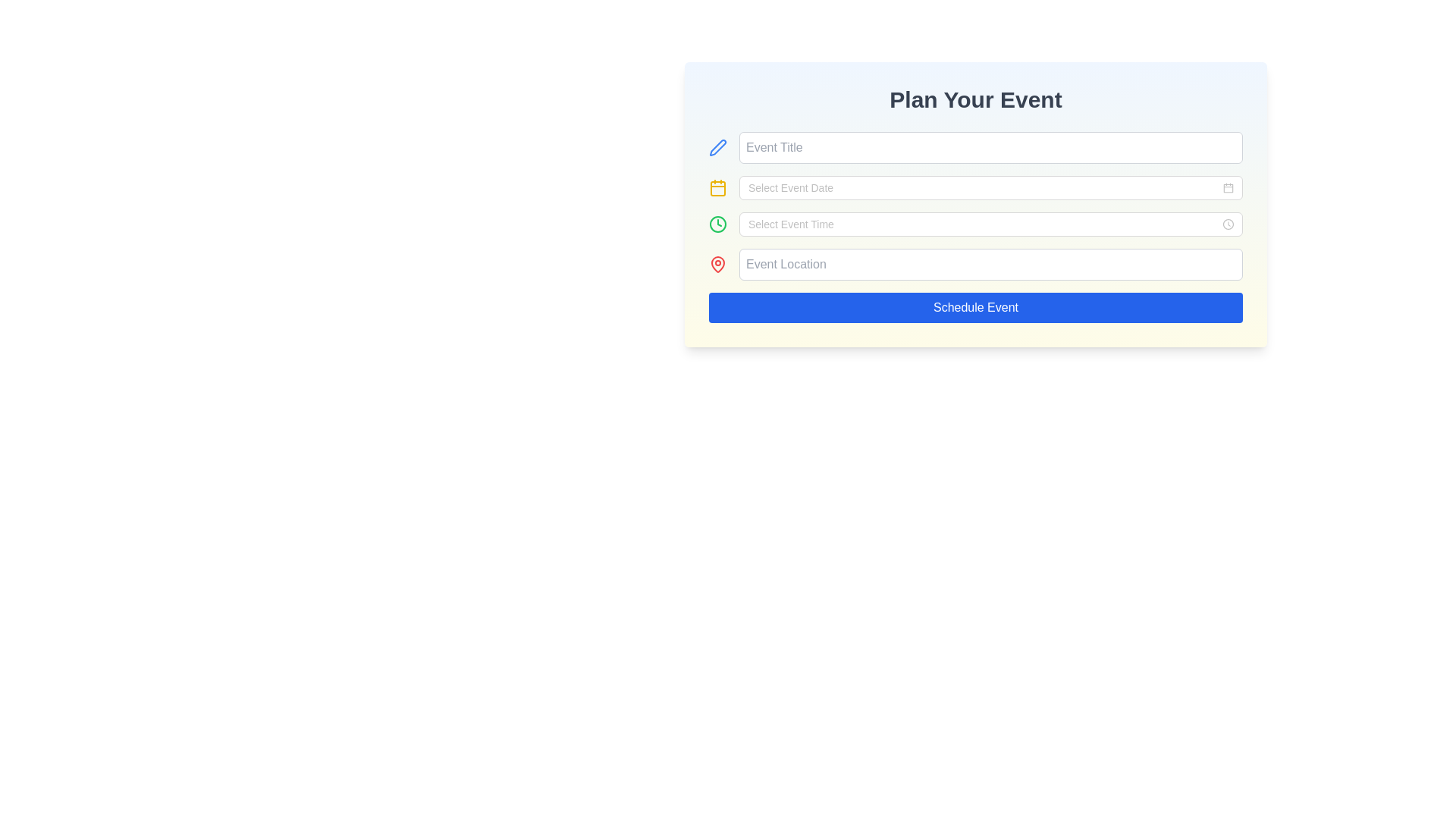 The image size is (1456, 819). I want to click on the Time picker input field, which is the third input field in the event scheduling form, positioned between the 'Select Event Date' and 'Event Location' fields, so click(990, 224).